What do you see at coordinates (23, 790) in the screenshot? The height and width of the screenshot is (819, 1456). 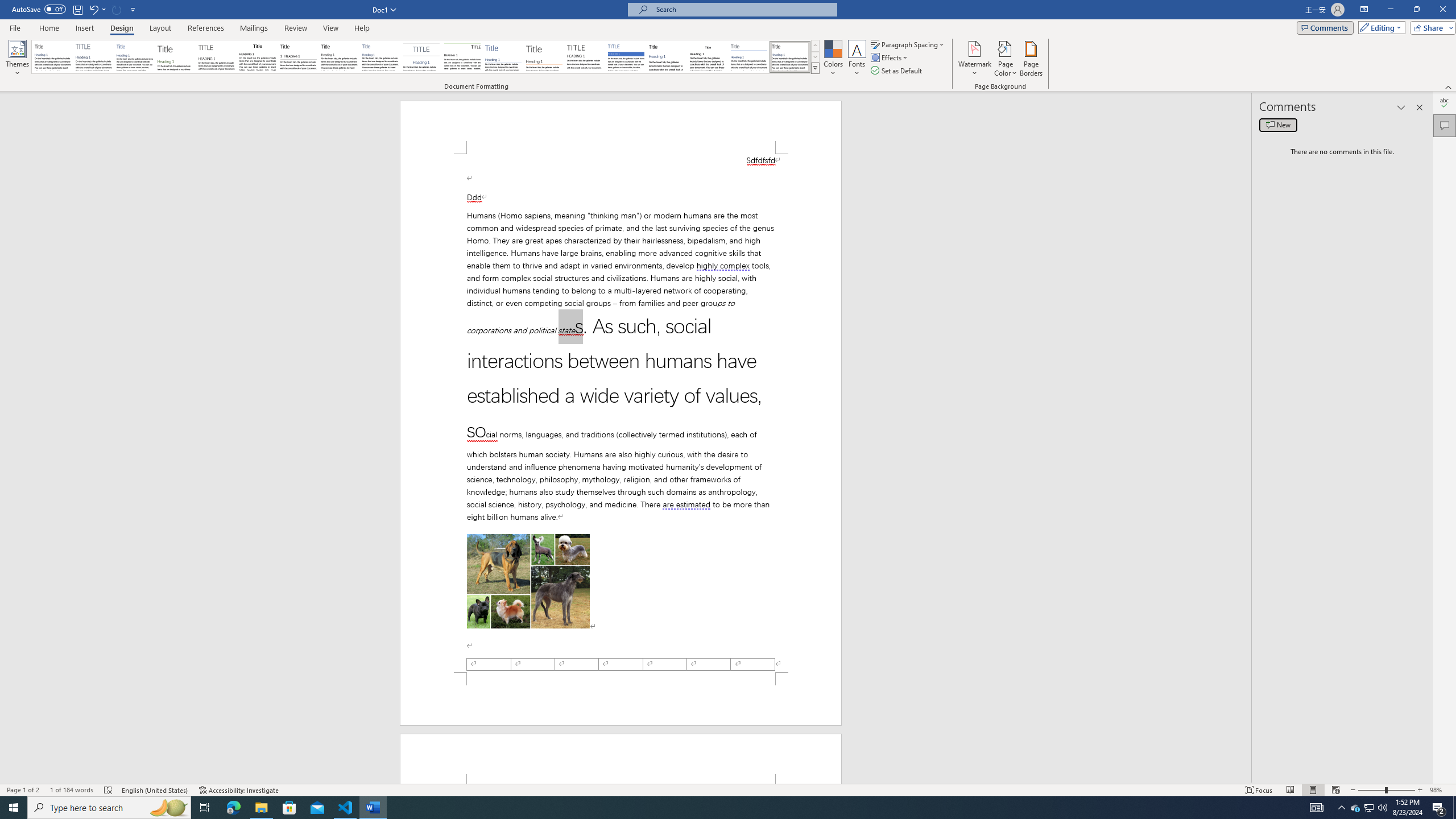 I see `'Page Number Page 1 of 2'` at bounding box center [23, 790].